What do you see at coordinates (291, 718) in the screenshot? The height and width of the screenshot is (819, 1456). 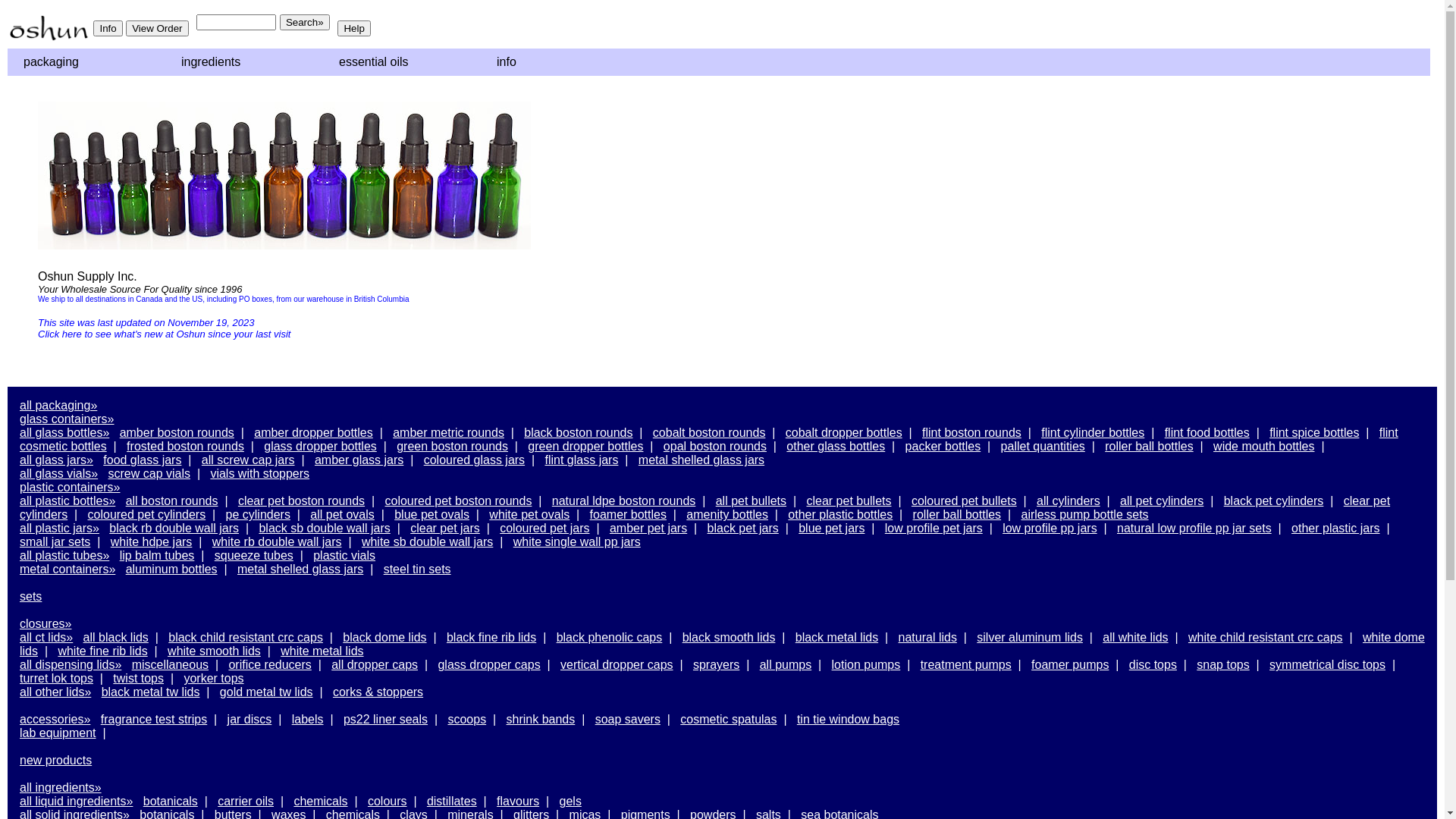 I see `'labels'` at bounding box center [291, 718].